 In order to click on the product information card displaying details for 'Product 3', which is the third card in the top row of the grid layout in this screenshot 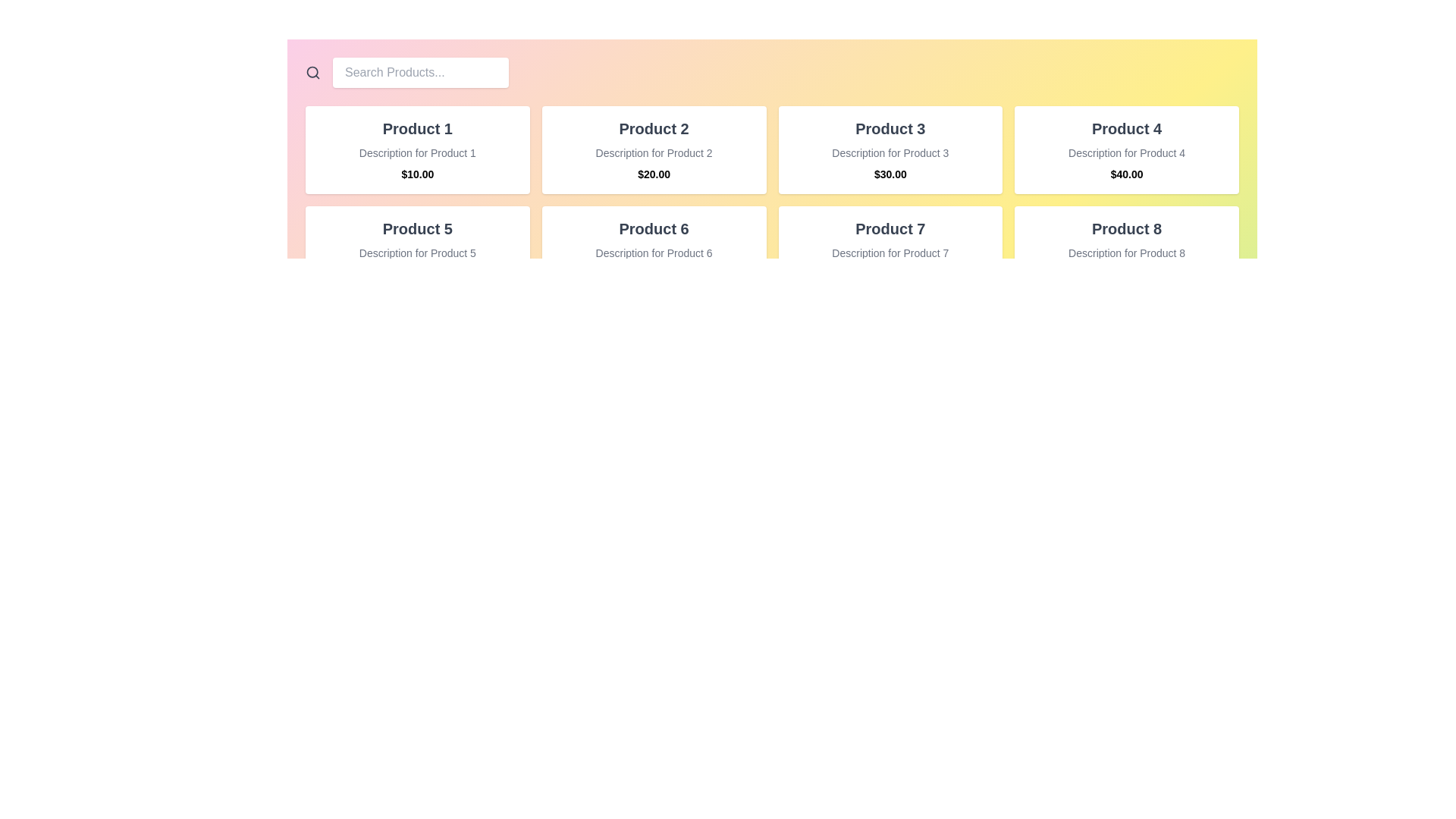, I will do `click(890, 149)`.